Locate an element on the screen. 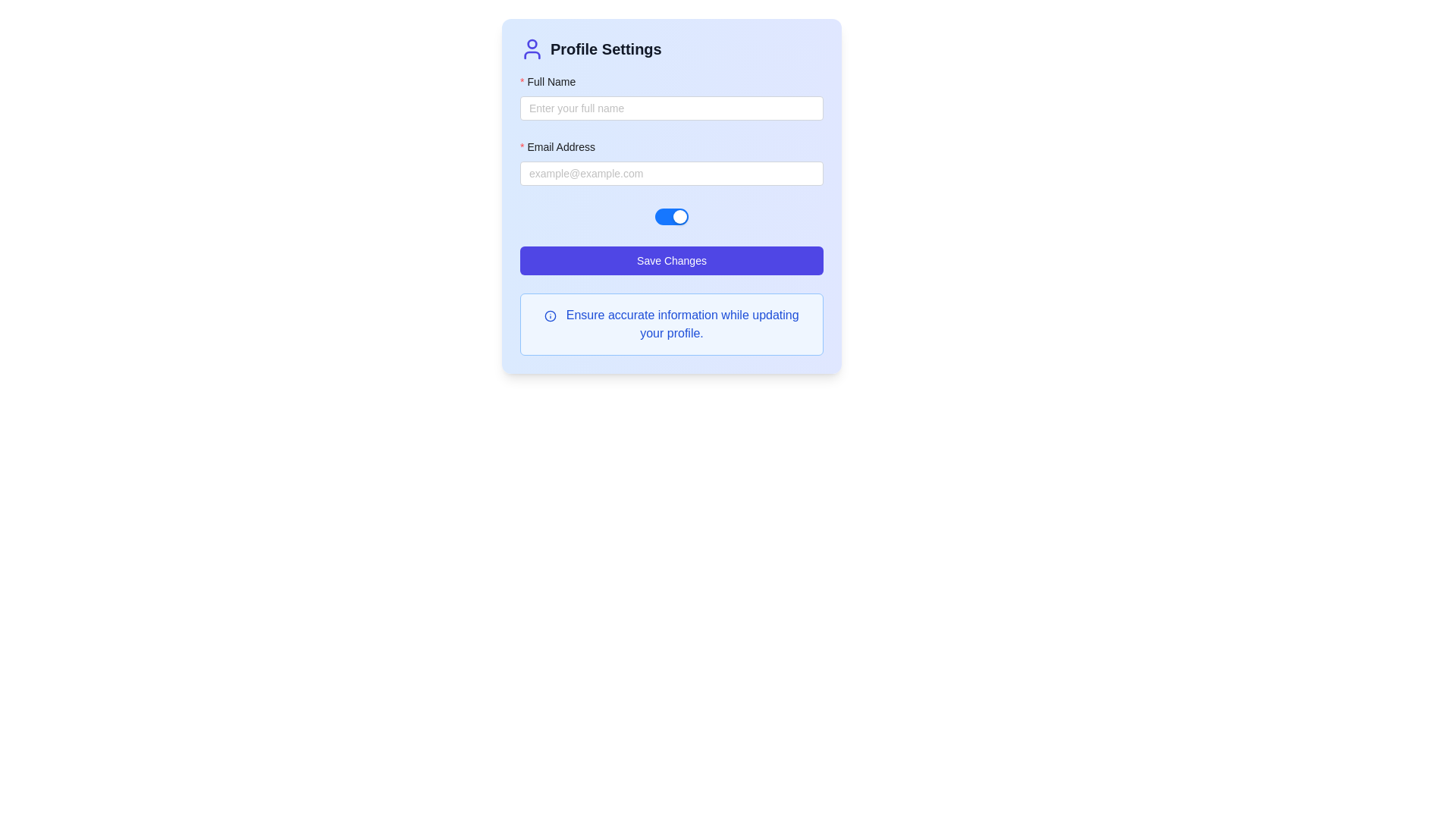  the toggle switch located below the 'Email Address' input field and above the 'Save Changes' button in the profile settings form is located at coordinates (671, 216).